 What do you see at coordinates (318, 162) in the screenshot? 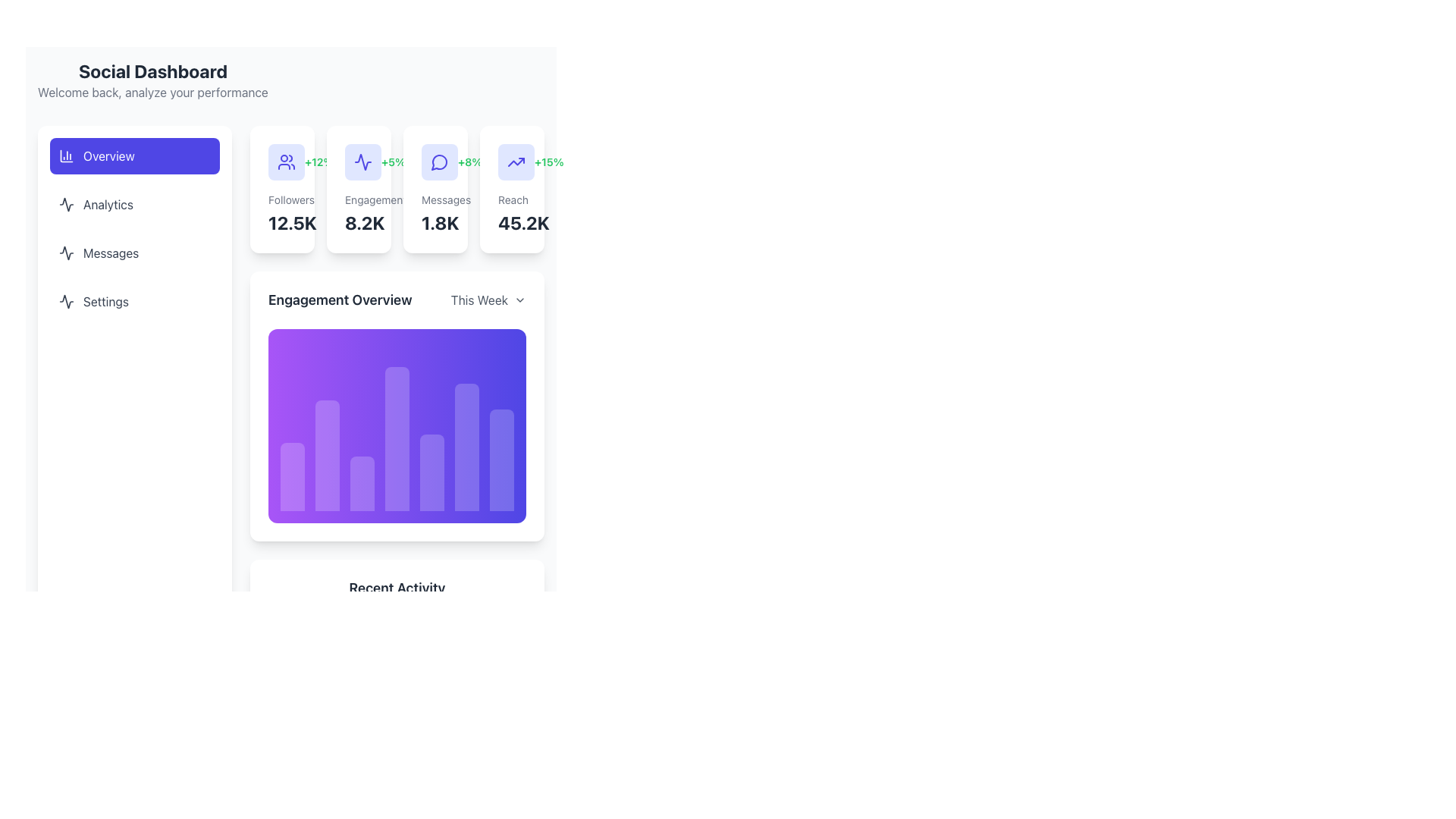
I see `the text label element indicating a 12% increase in Followers count` at bounding box center [318, 162].